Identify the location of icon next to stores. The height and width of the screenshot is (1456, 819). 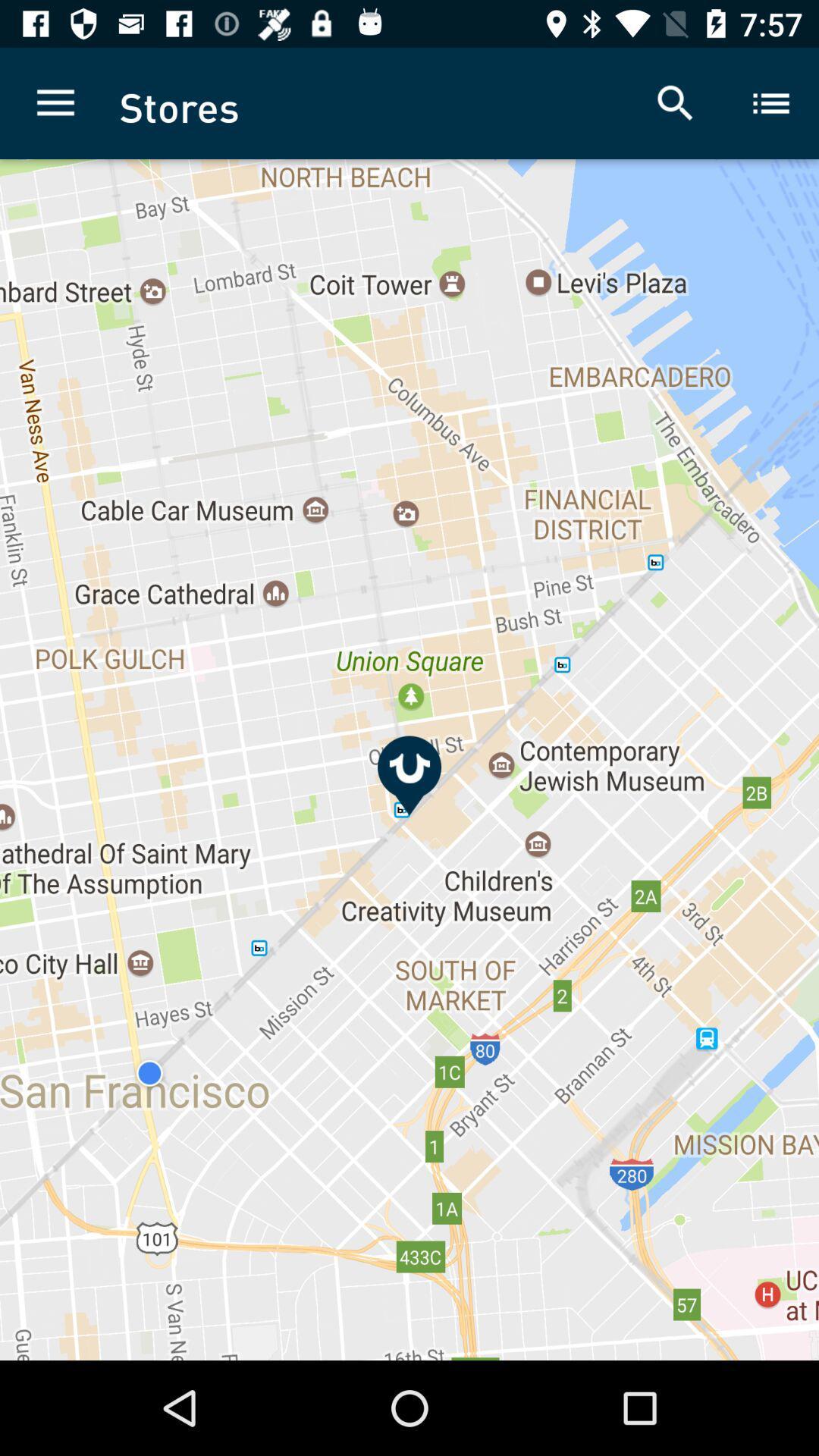
(55, 102).